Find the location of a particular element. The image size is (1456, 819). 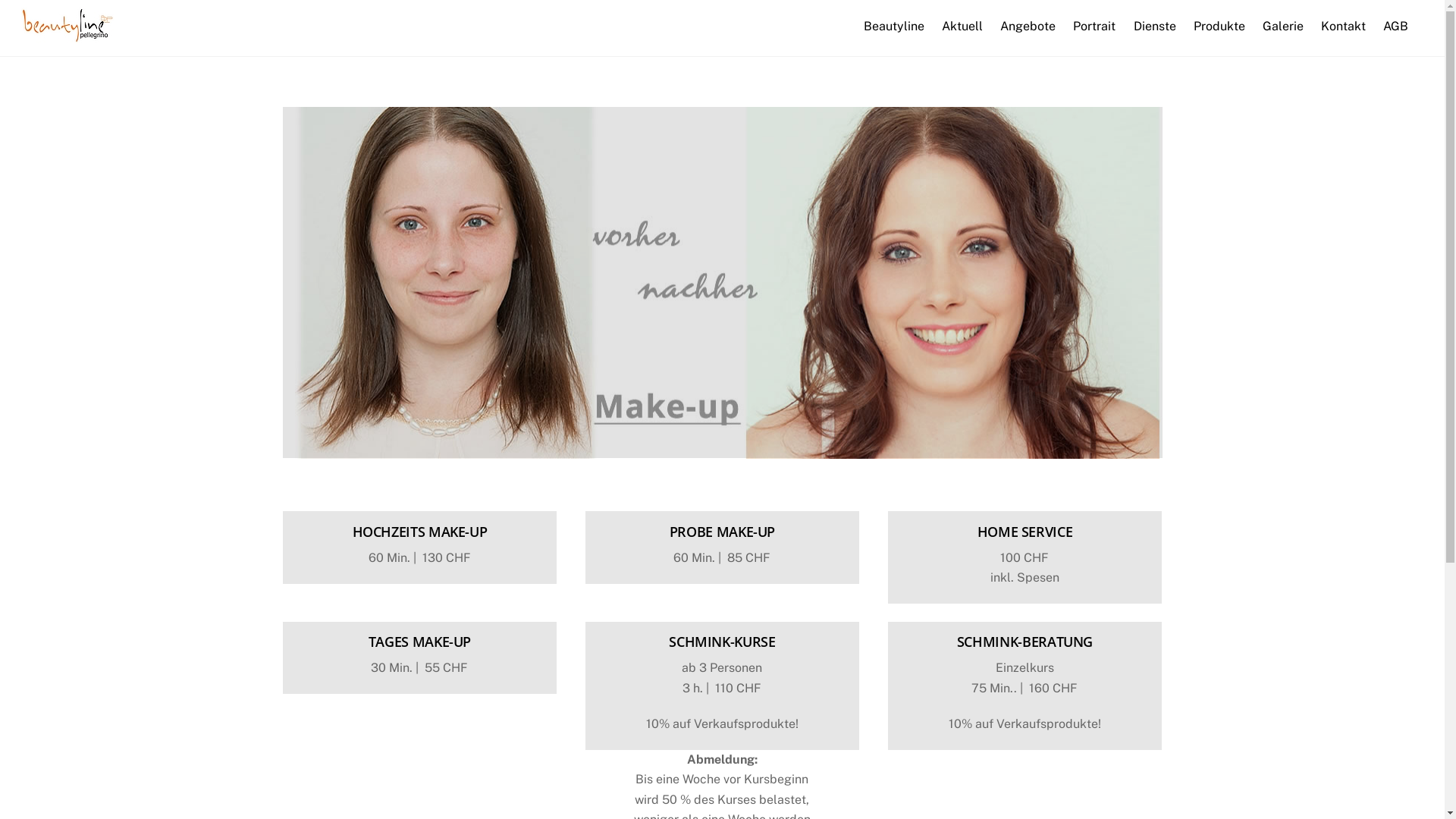

'Kontakt' is located at coordinates (1343, 26).